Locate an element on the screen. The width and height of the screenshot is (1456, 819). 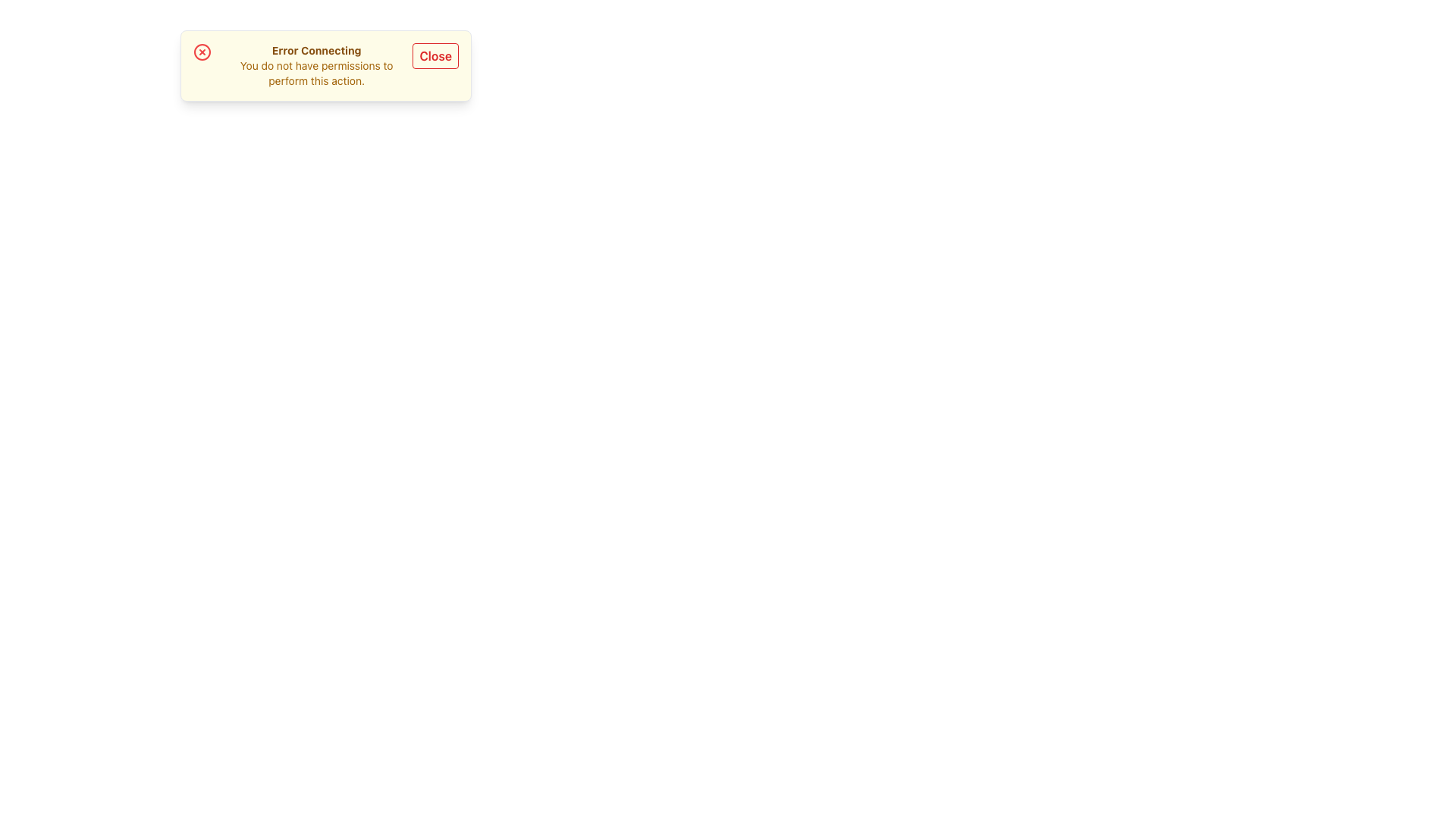
the red circular icon with a cross symbol, which is located in the top-left corner of the error message dialog box is located at coordinates (202, 52).